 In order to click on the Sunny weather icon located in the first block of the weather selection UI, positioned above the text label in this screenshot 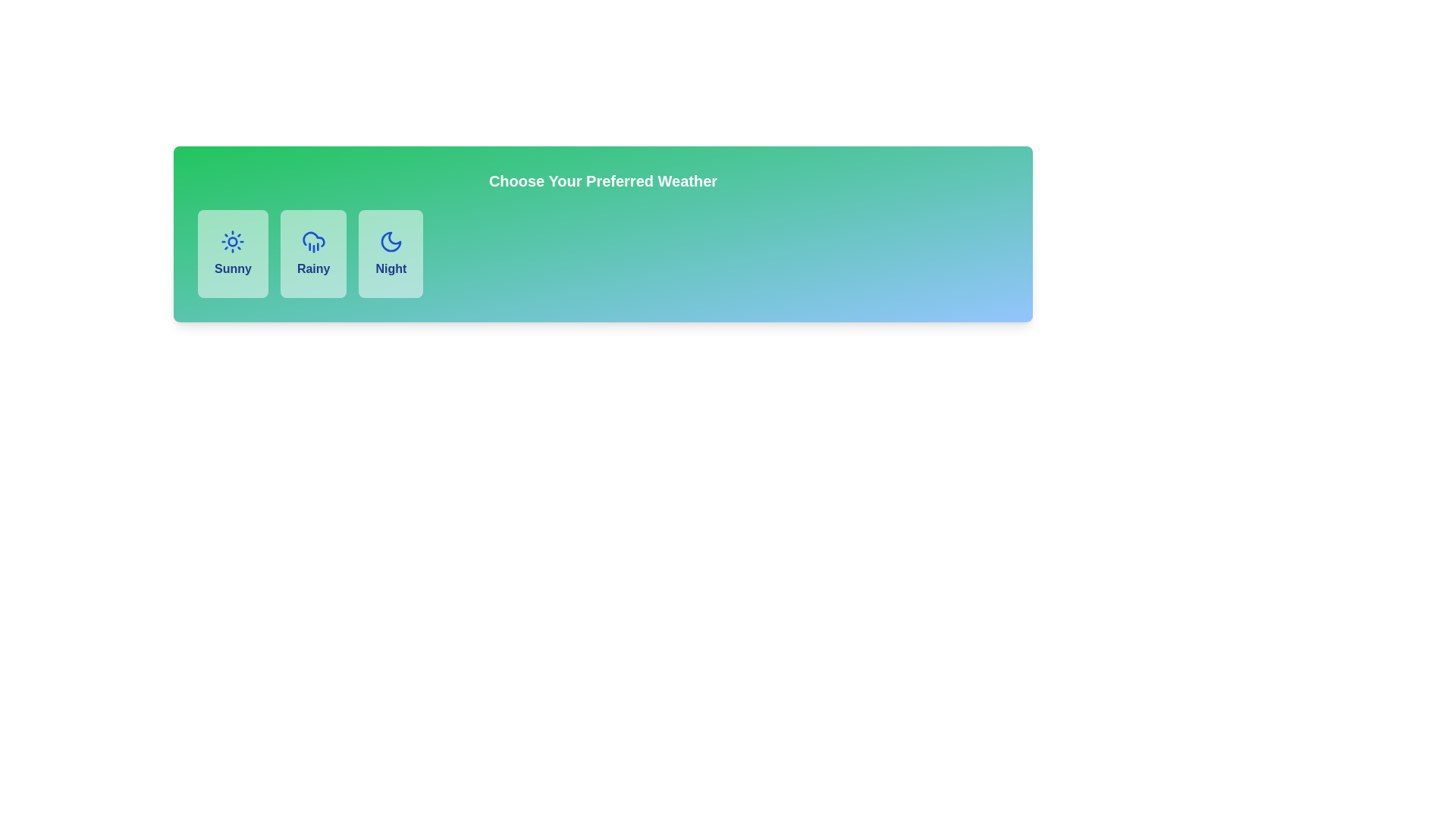, I will do `click(232, 241)`.